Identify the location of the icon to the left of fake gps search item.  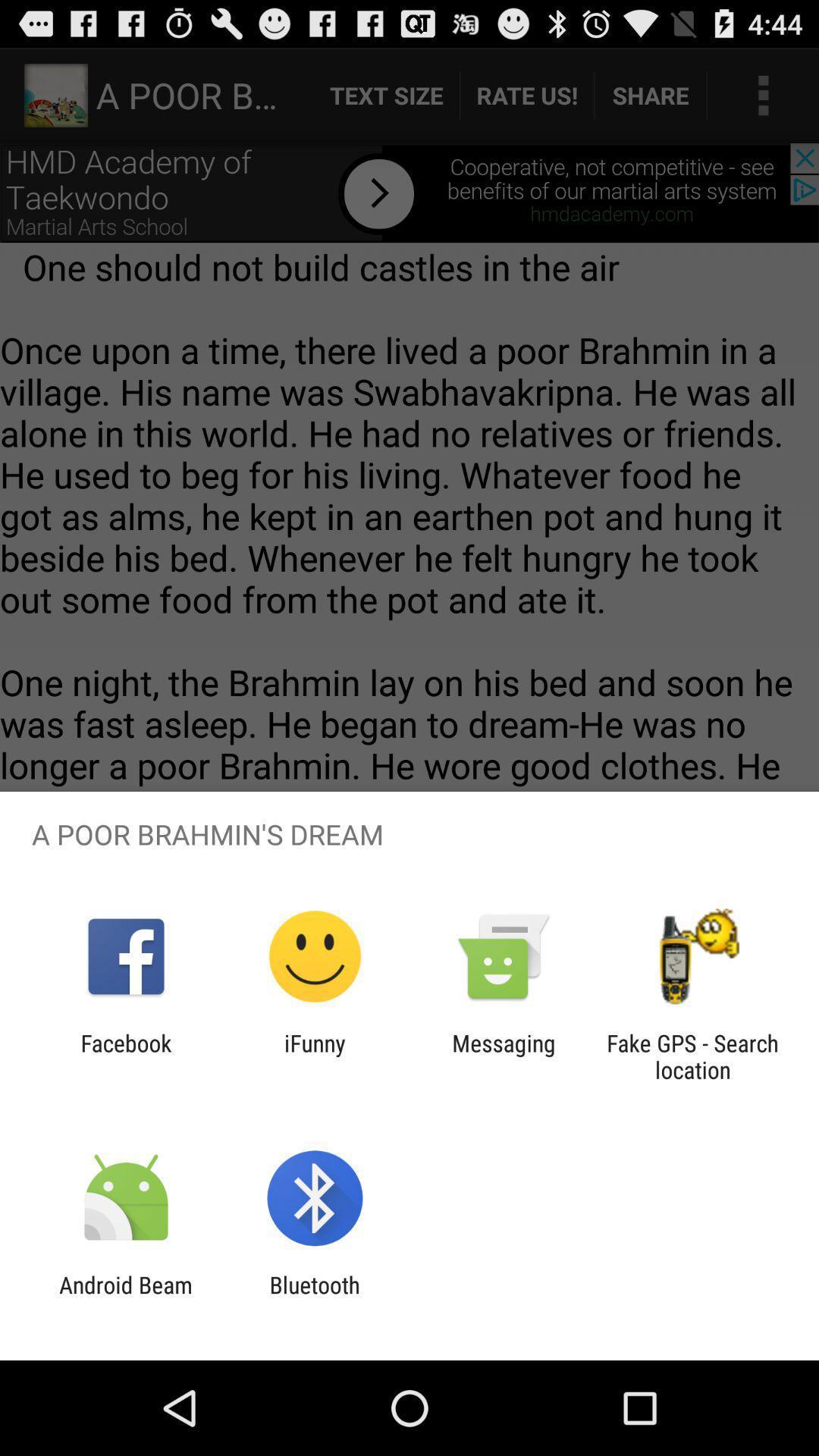
(504, 1056).